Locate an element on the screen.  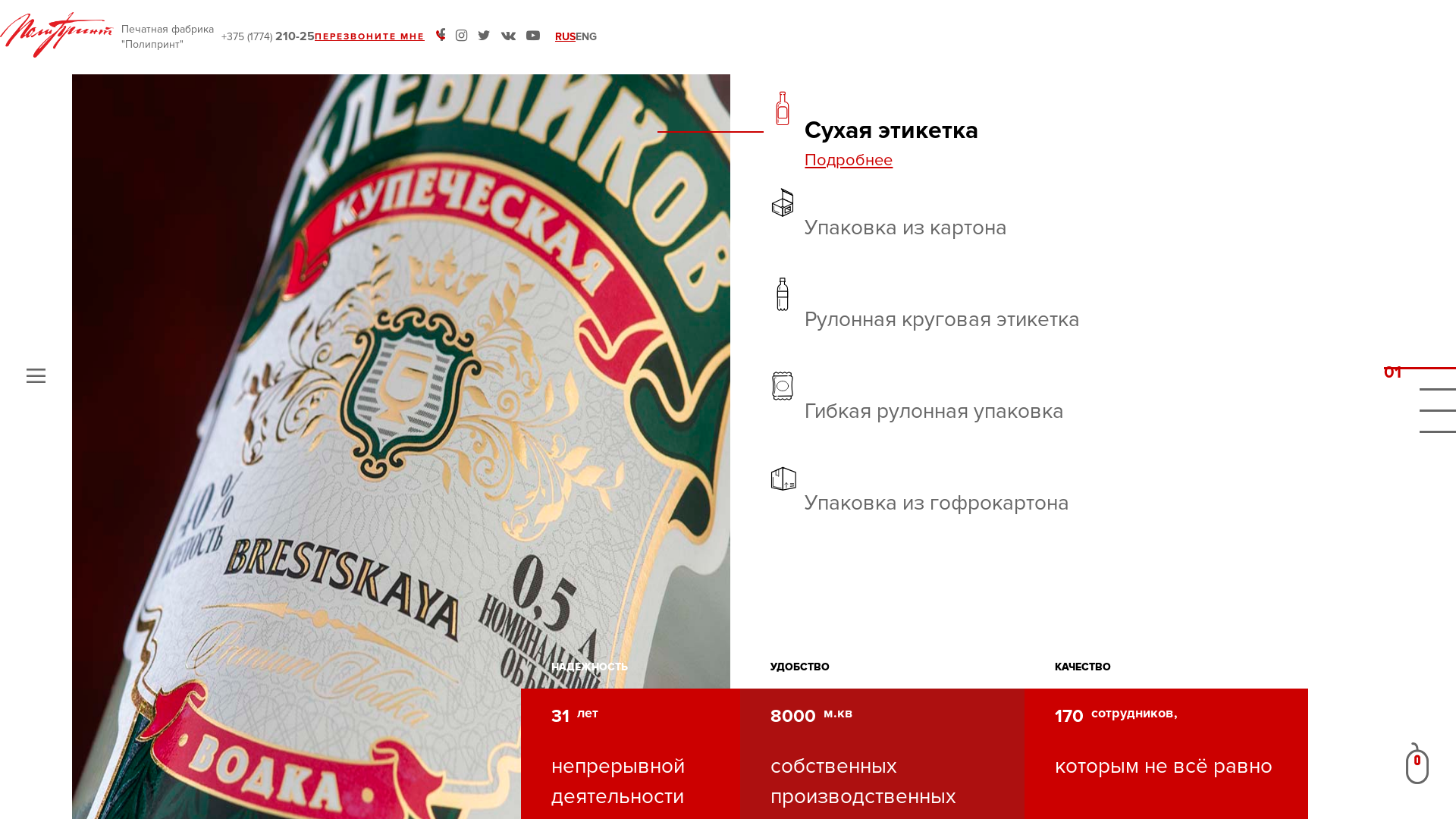
'+375 (1774) 210-25' is located at coordinates (268, 36).